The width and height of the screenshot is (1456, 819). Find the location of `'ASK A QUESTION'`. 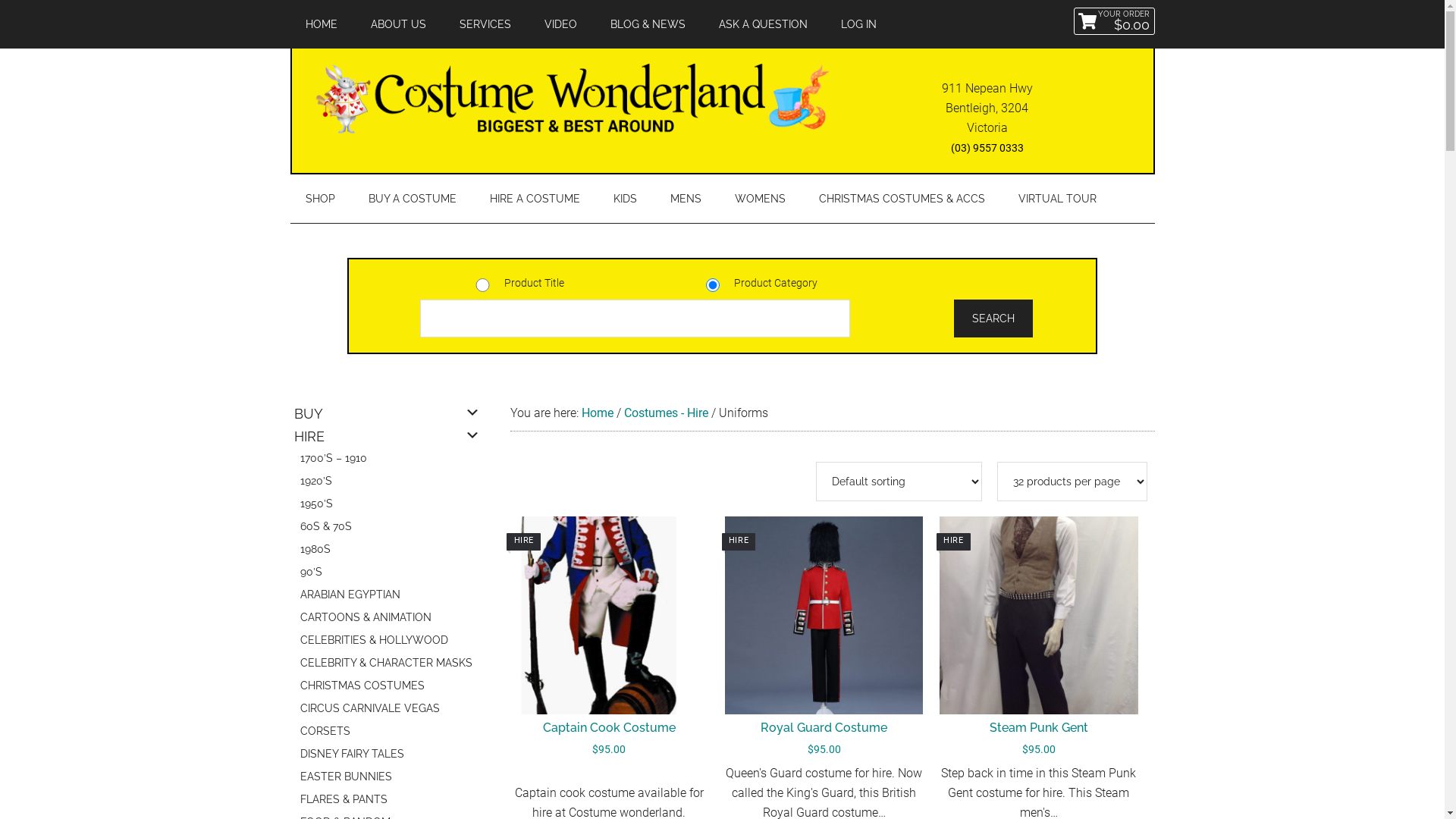

'ASK A QUESTION' is located at coordinates (763, 24).